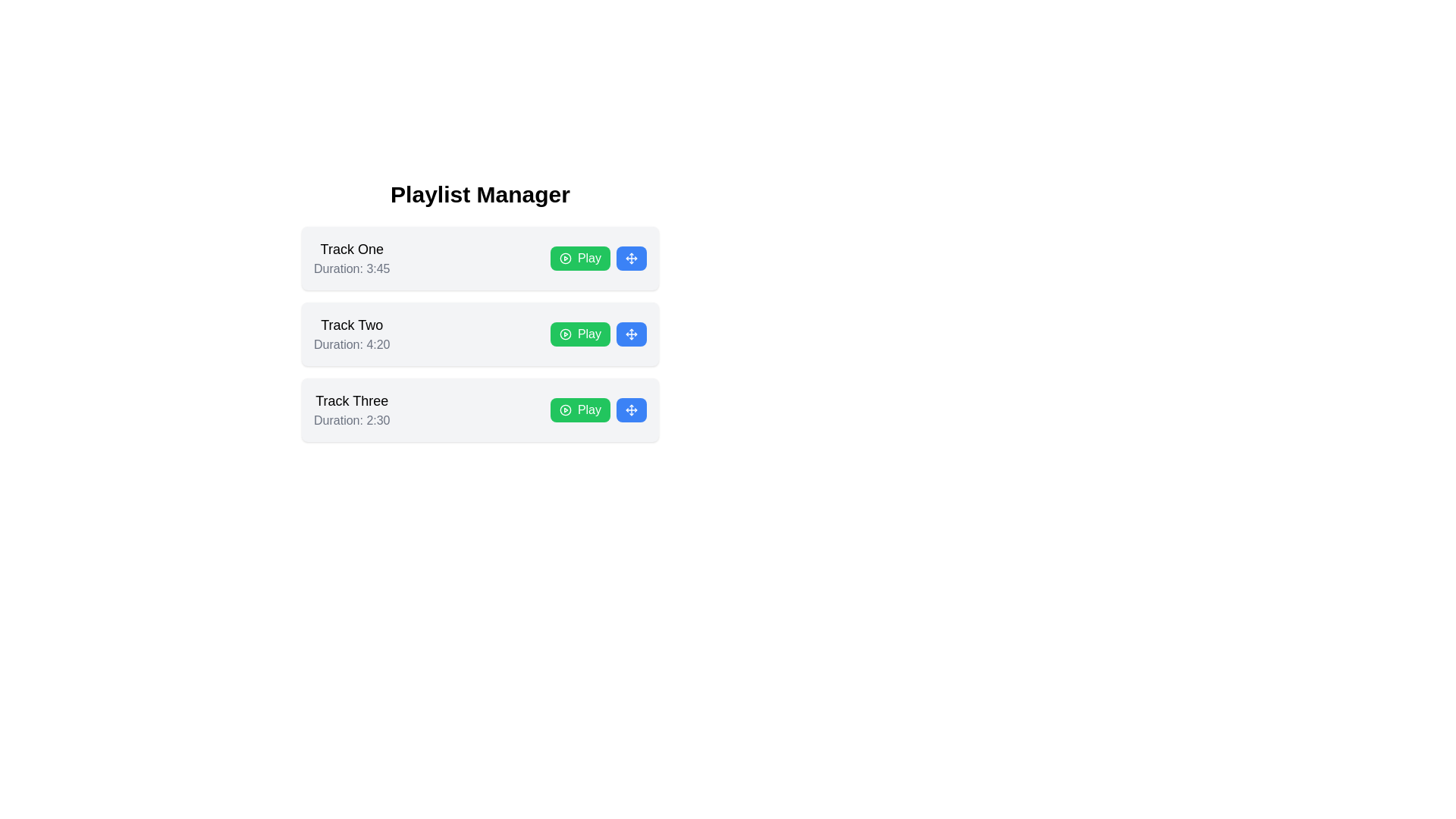 The height and width of the screenshot is (819, 1456). What do you see at coordinates (632, 333) in the screenshot?
I see `the second button in the control section of the second playlist item` at bounding box center [632, 333].